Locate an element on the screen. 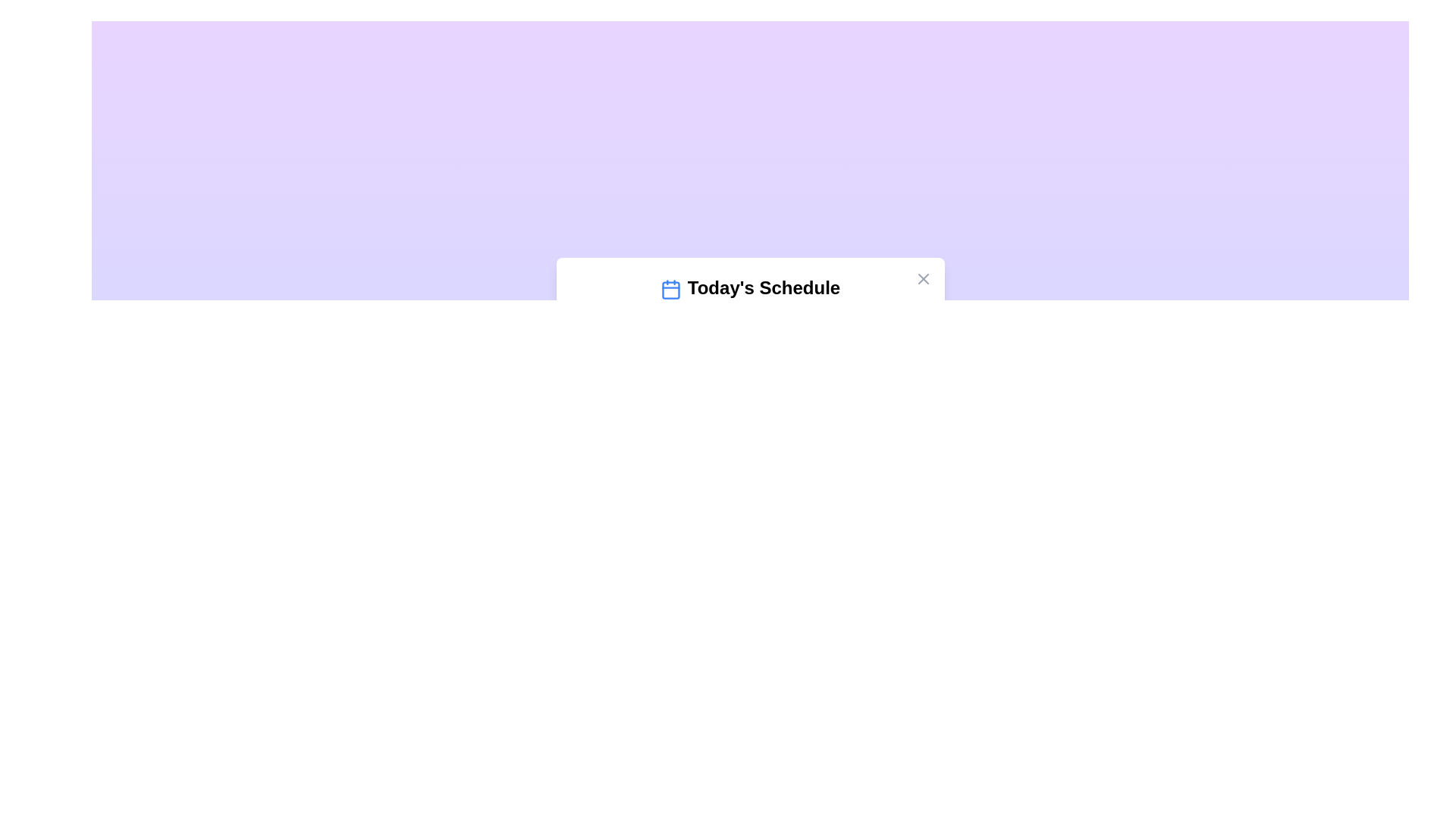 This screenshot has height=819, width=1456. the close icon located in the top-right section of the header bar next to the 'Today's Schedule' text is located at coordinates (922, 278).